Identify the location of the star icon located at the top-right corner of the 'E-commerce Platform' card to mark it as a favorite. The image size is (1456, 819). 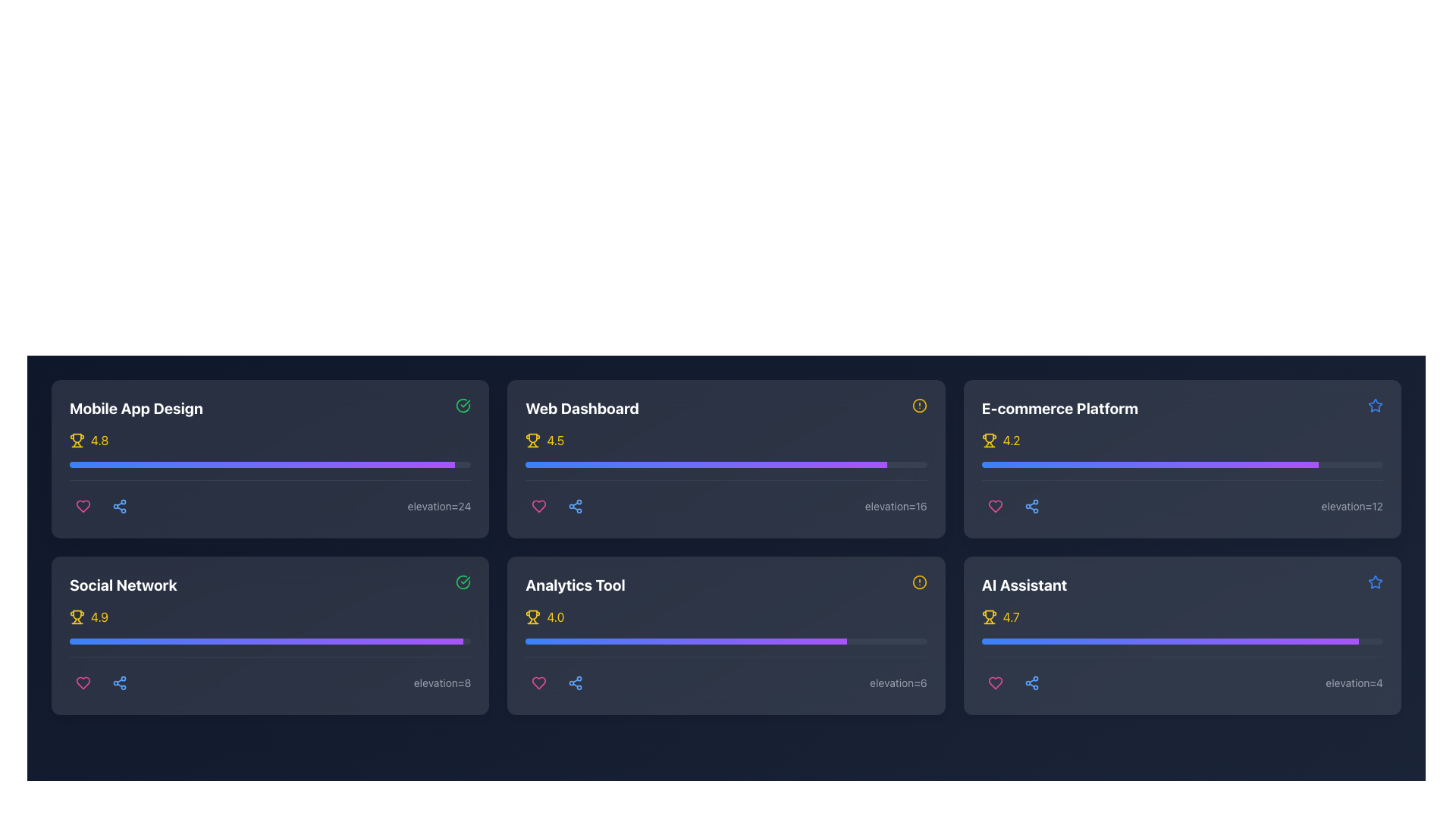
(1376, 405).